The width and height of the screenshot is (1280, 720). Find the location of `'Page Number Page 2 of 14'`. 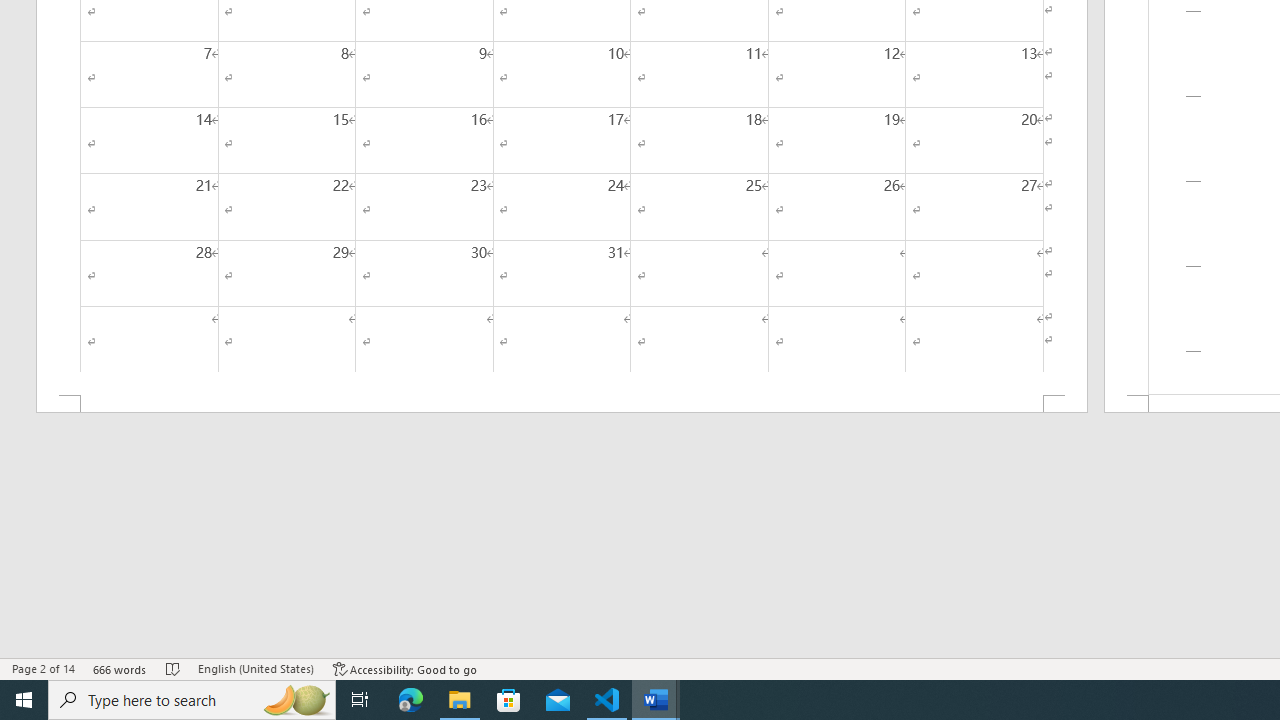

'Page Number Page 2 of 14' is located at coordinates (43, 669).